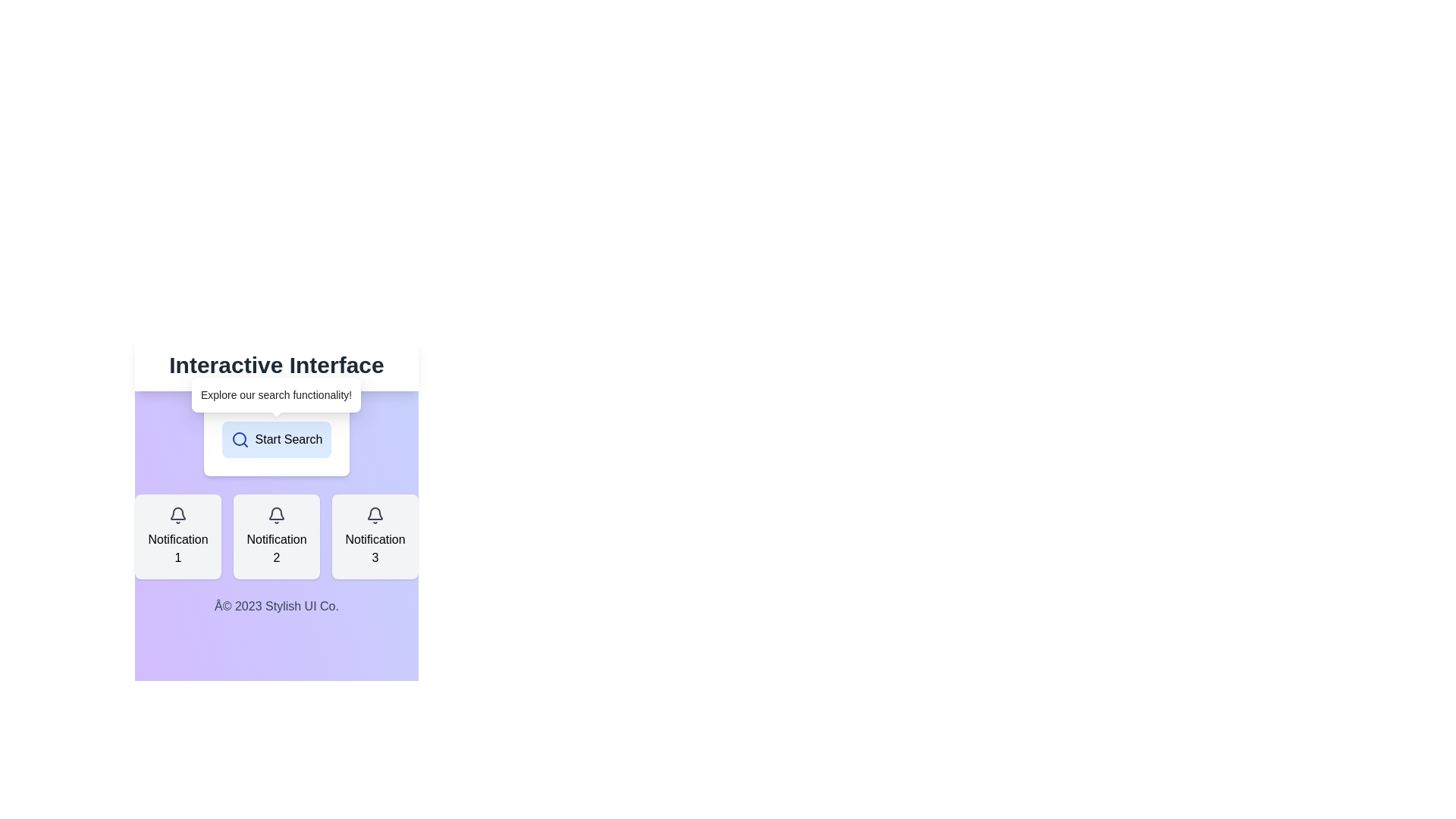 The image size is (1456, 819). Describe the element at coordinates (276, 366) in the screenshot. I see `the heading element that displays 'Interactive Interface' in bold, large, dark font, located at the top of the section` at that location.